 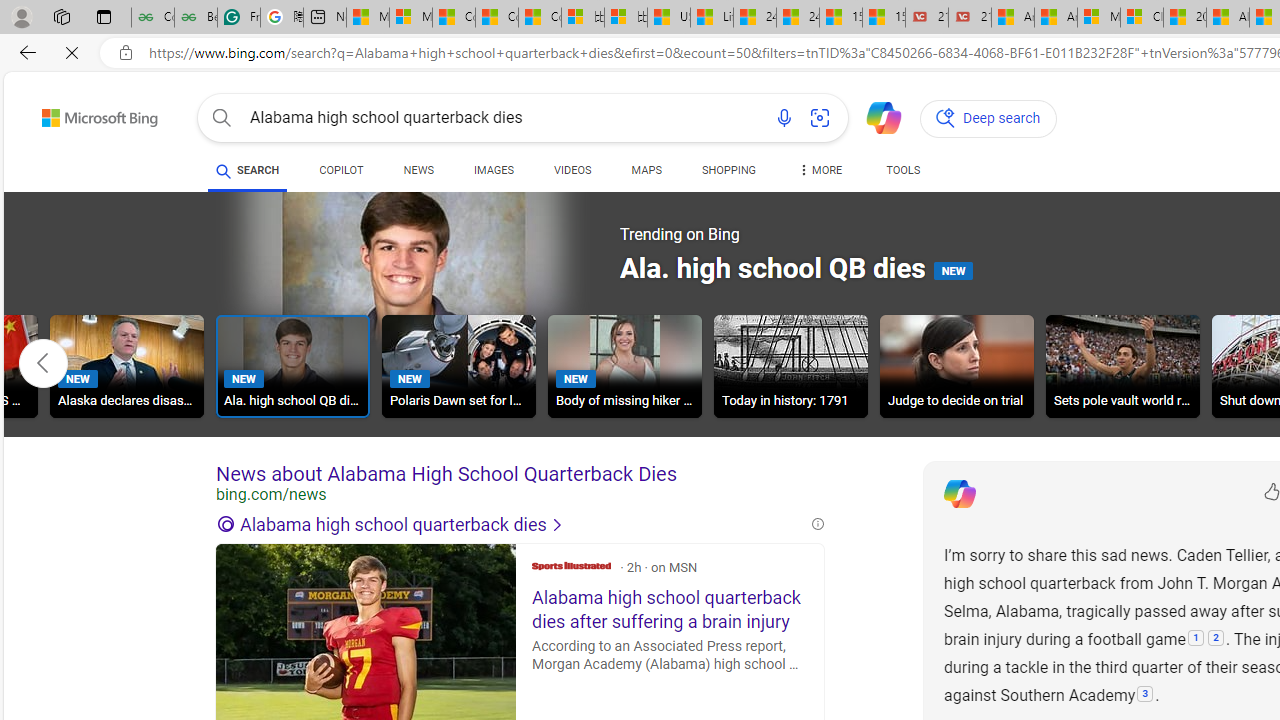 What do you see at coordinates (882, 17) in the screenshot?
I see `'15 Ways Modern Life Contradicts the Teachings of Jesus'` at bounding box center [882, 17].